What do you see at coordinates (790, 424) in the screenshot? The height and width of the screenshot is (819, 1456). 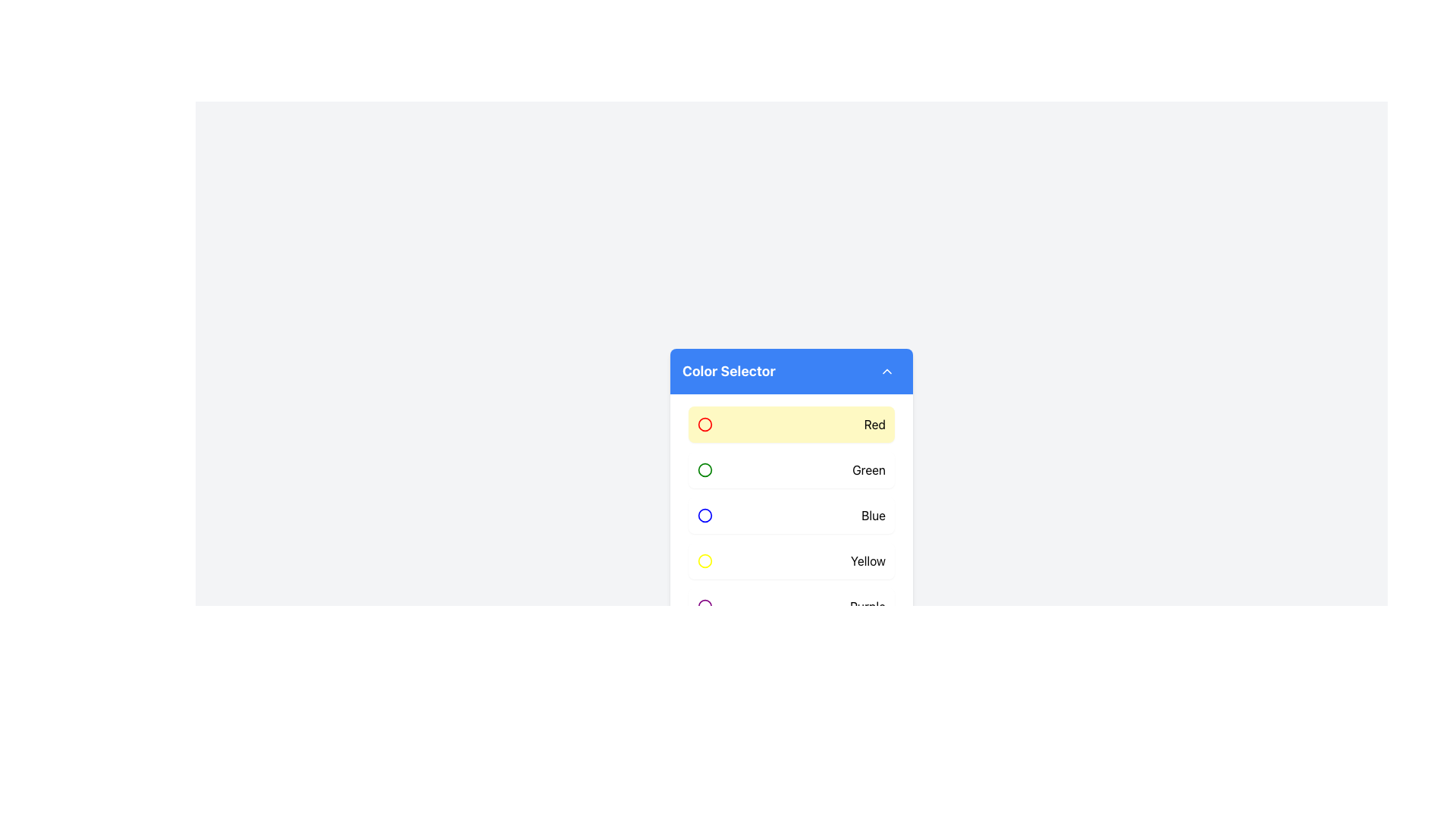 I see `the first selectable list item labeled 'Red'` at bounding box center [790, 424].